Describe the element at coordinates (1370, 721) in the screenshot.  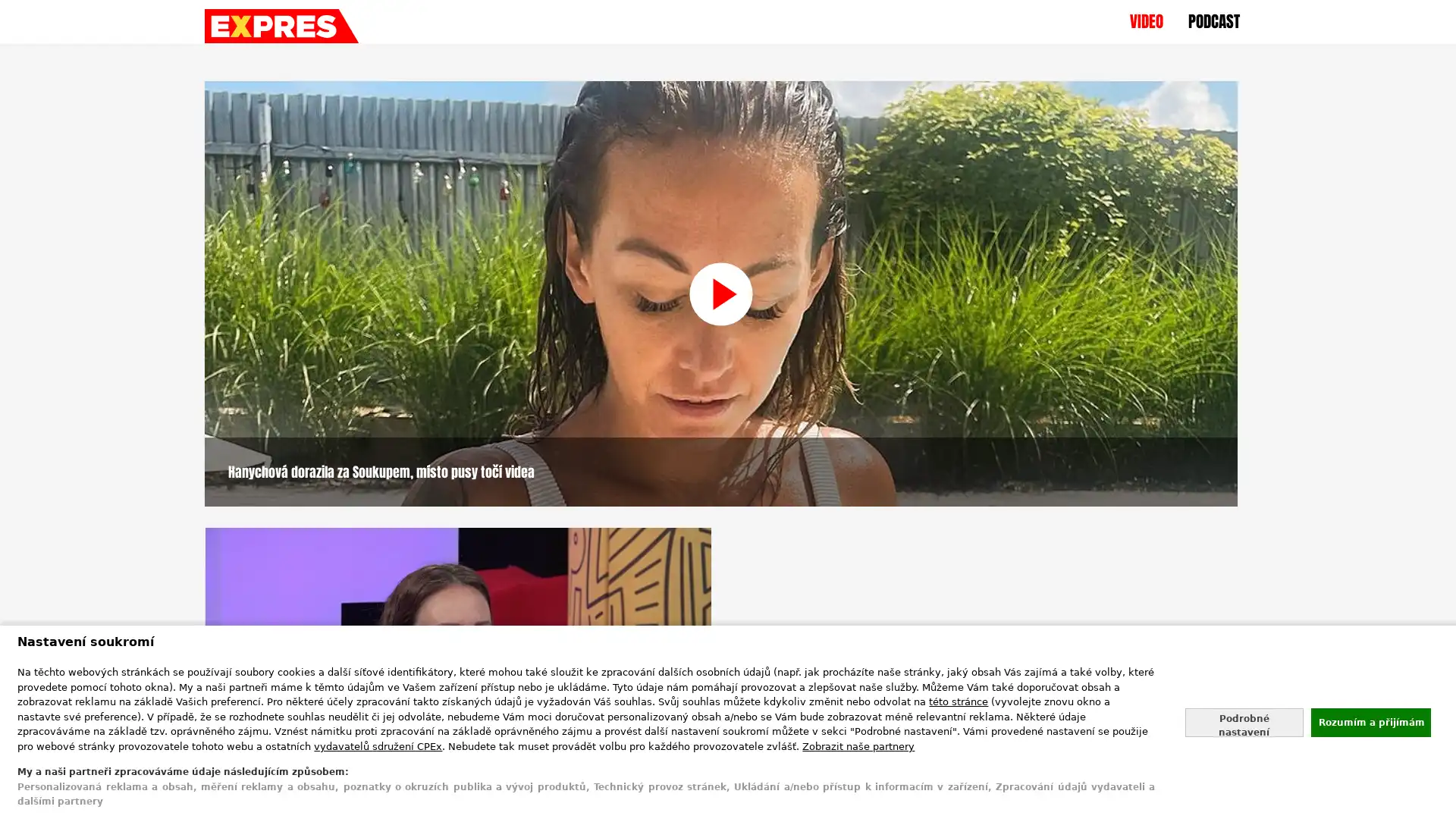
I see `Souhlasit s nasim zpracovanim udaju a zavrit` at that location.